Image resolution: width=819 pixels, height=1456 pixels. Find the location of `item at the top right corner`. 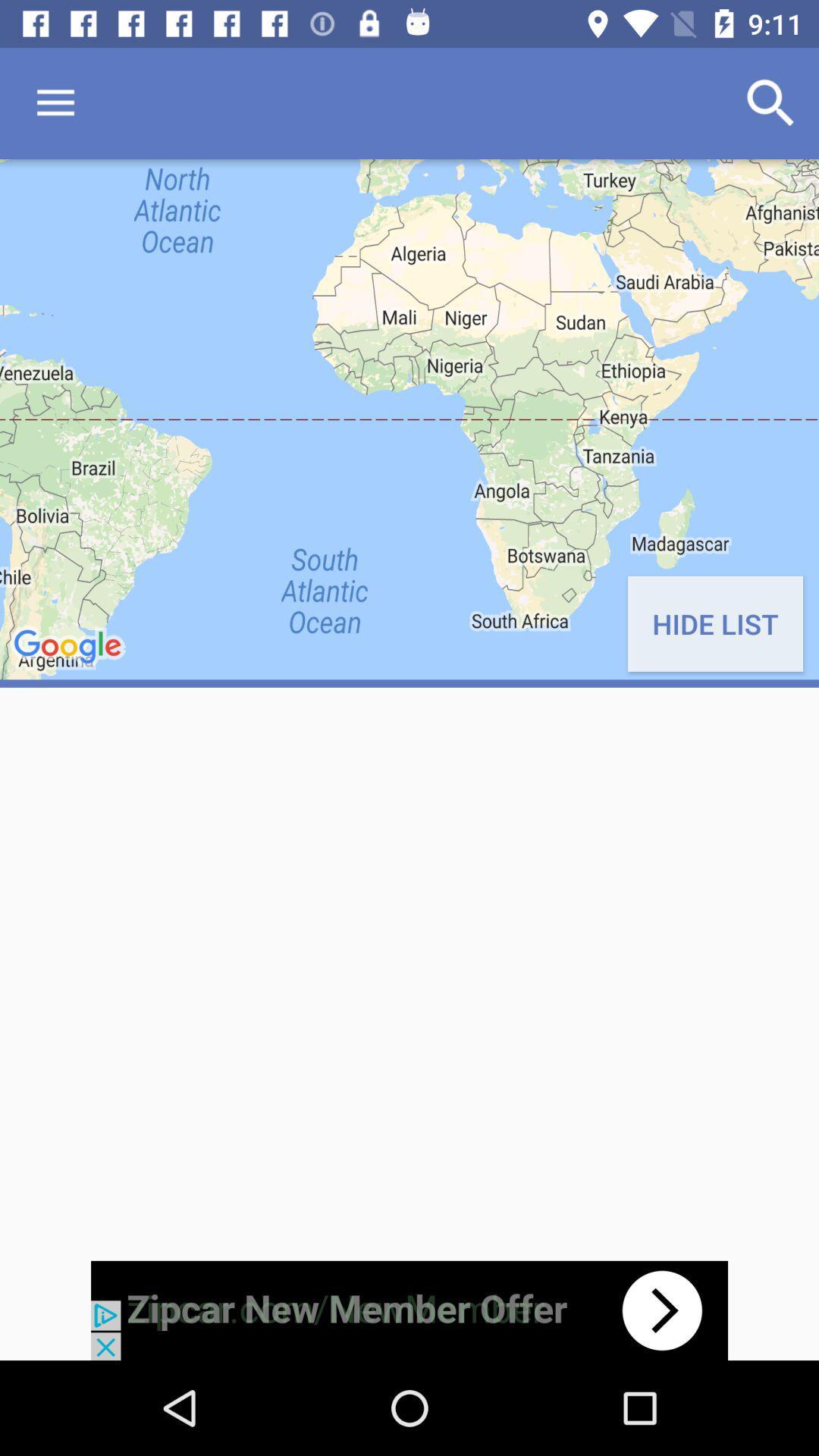

item at the top right corner is located at coordinates (771, 102).